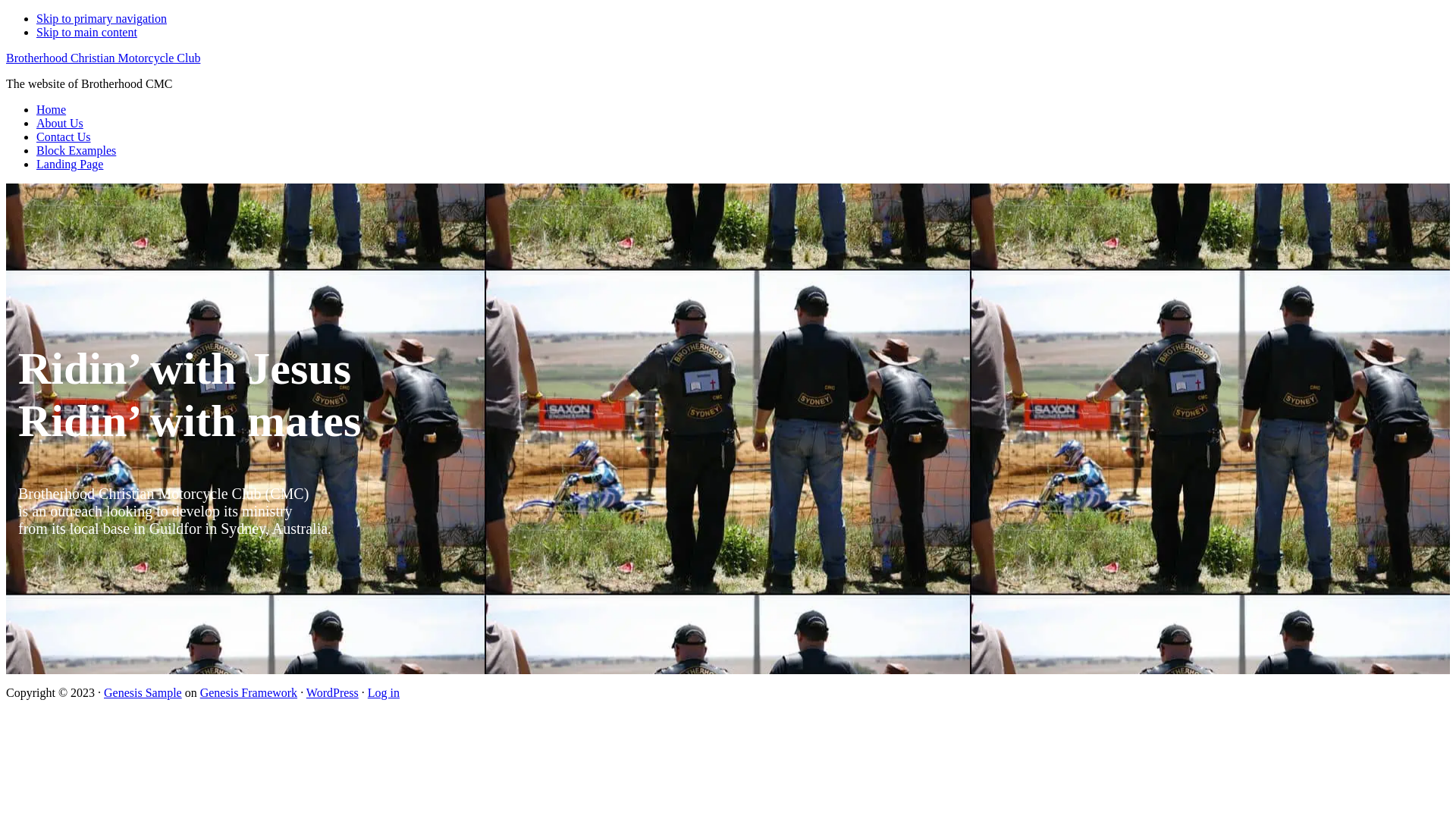 The image size is (1456, 819). Describe the element at coordinates (248, 692) in the screenshot. I see `'Genesis Framework'` at that location.